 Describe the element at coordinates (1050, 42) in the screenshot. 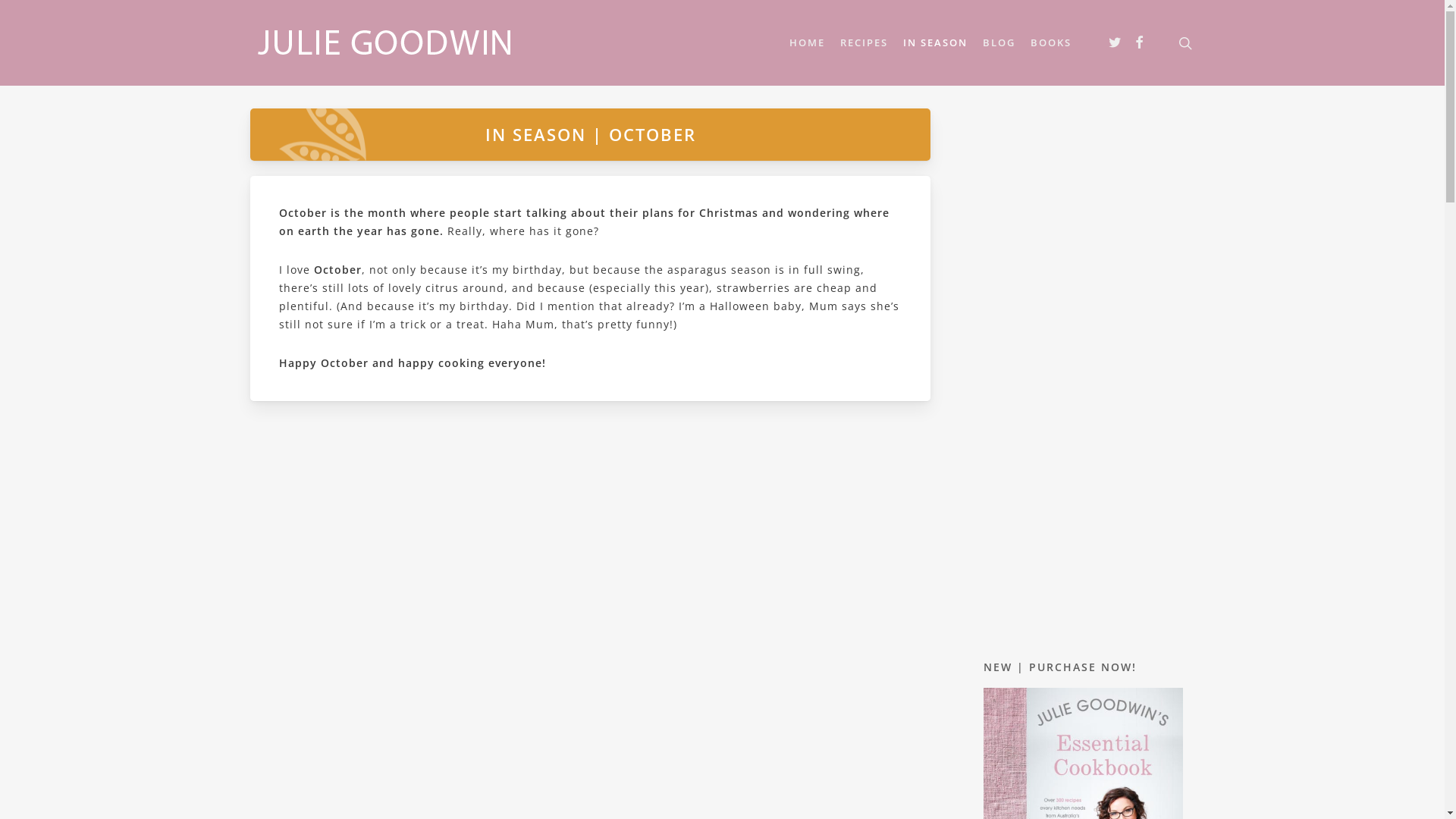

I see `'BOOKS'` at that location.